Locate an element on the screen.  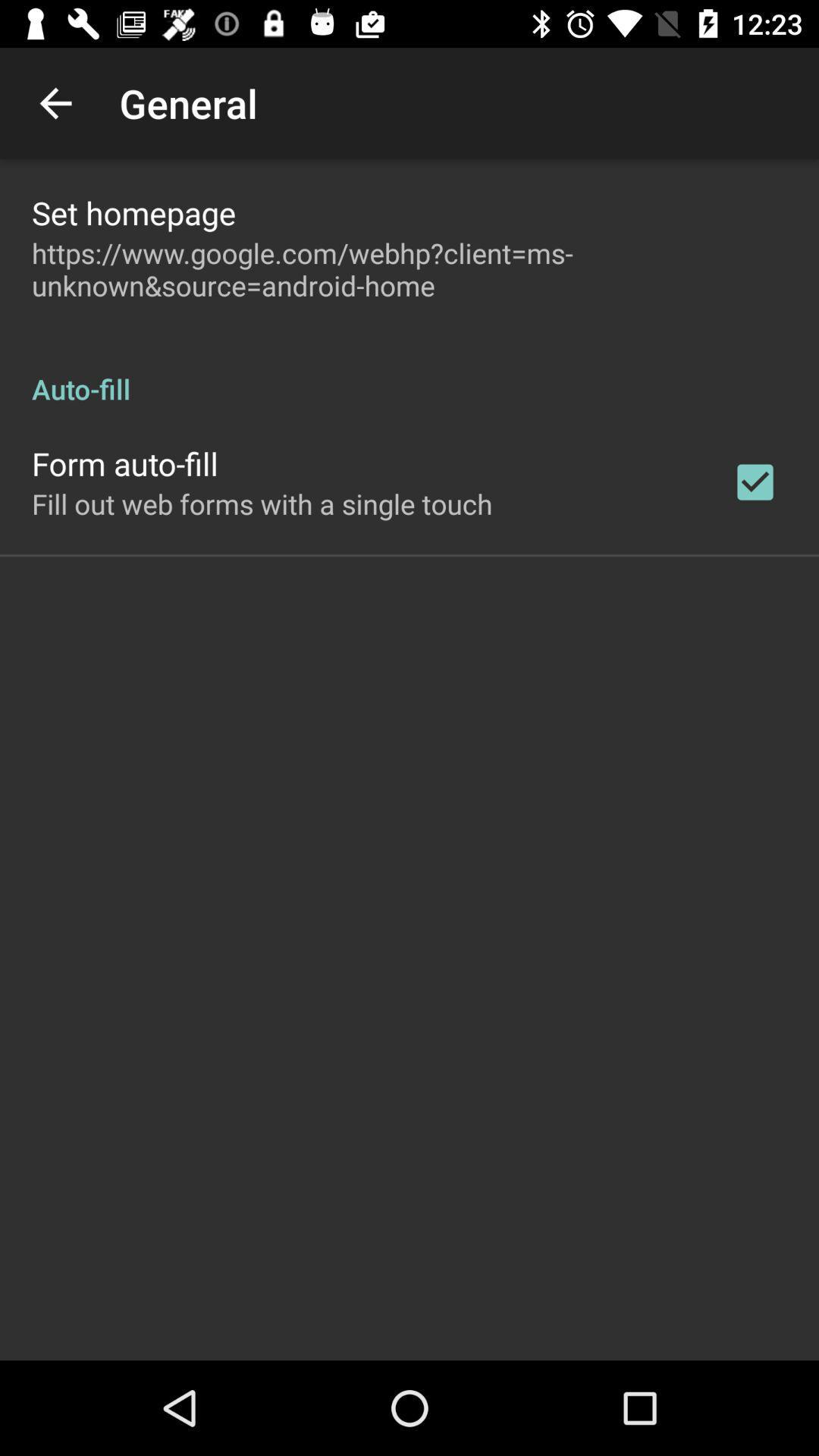
the fill out web is located at coordinates (261, 504).